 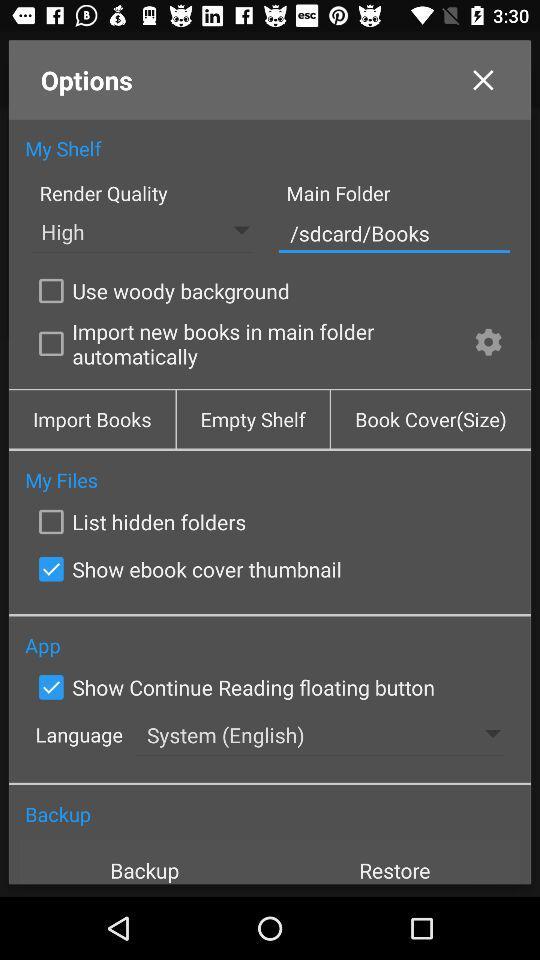 What do you see at coordinates (159, 289) in the screenshot?
I see `app below /sdcard/books app` at bounding box center [159, 289].